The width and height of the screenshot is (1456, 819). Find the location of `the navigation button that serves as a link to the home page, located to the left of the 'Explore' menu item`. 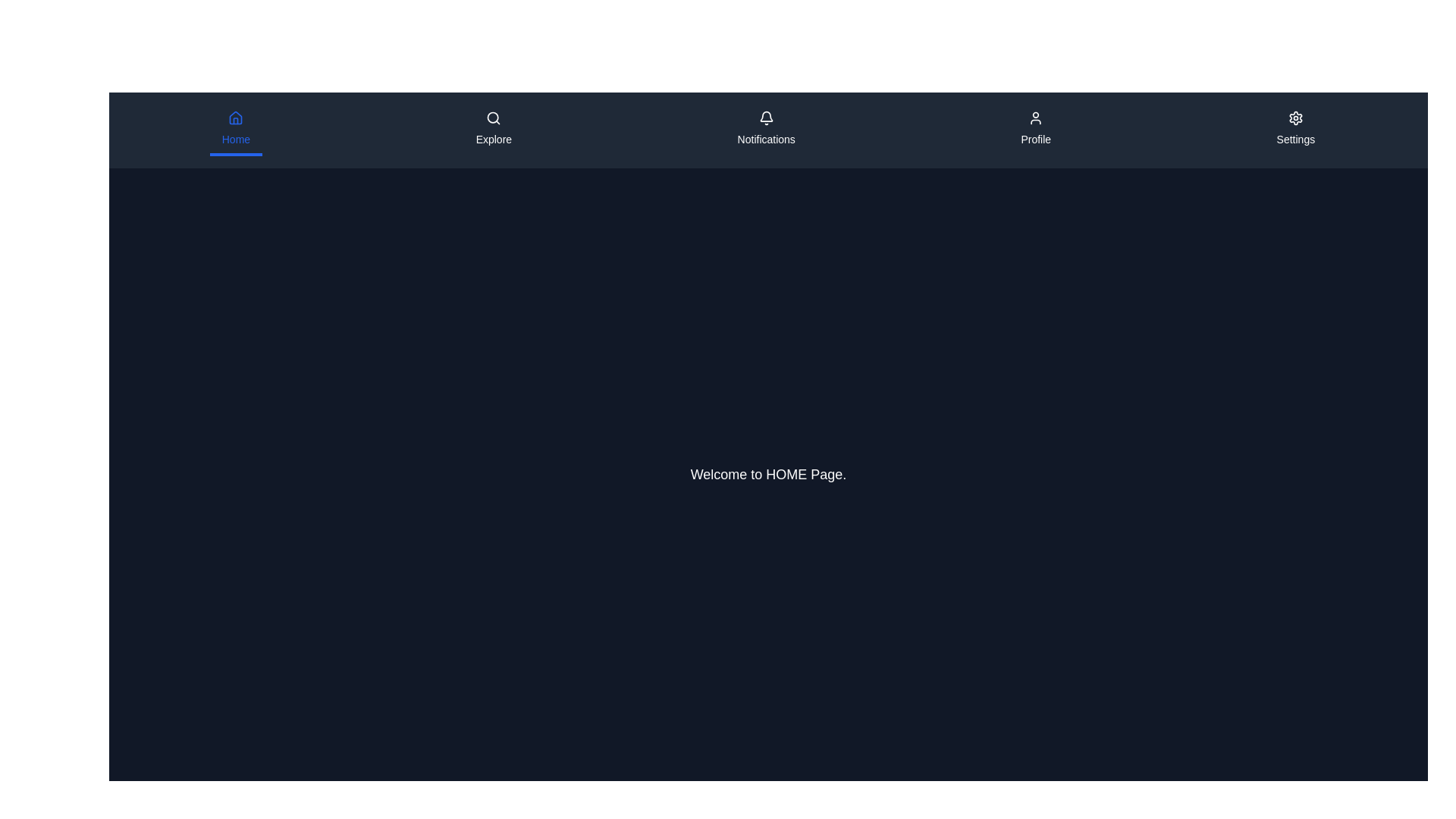

the navigation button that serves as a link to the home page, located to the left of the 'Explore' menu item is located at coordinates (235, 130).